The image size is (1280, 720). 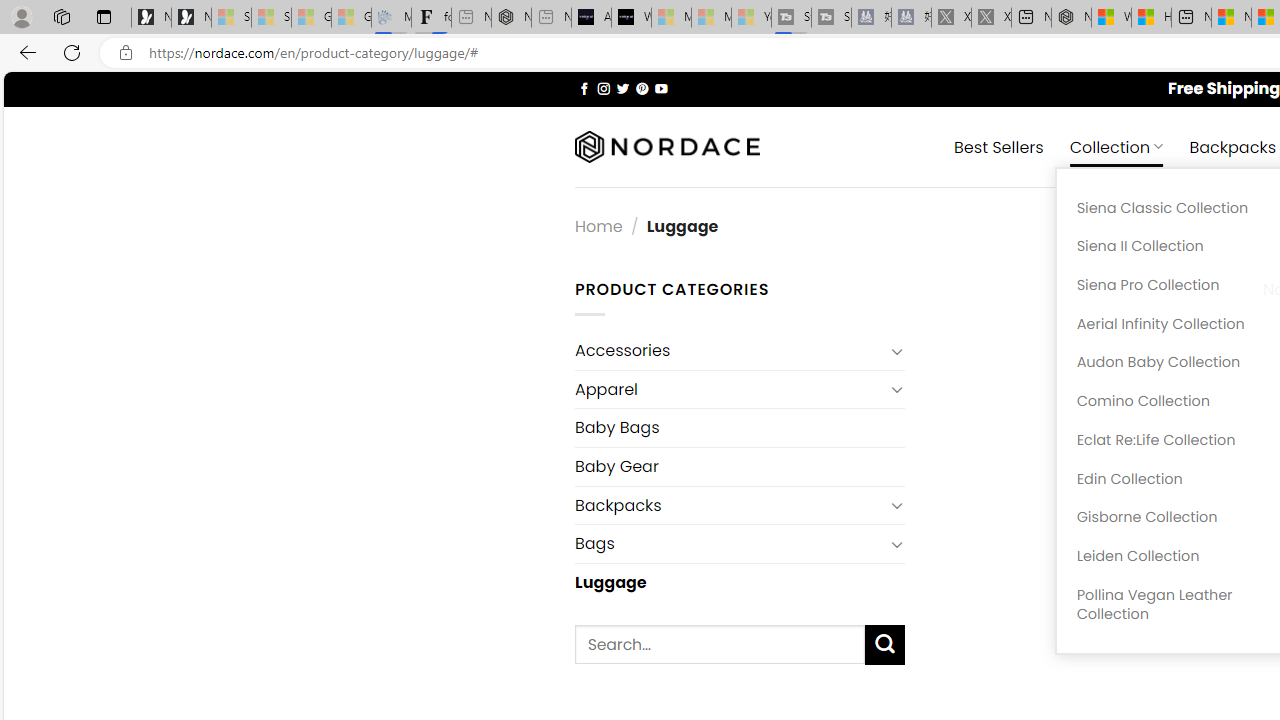 What do you see at coordinates (999, 145) in the screenshot?
I see `' Best Sellers'` at bounding box center [999, 145].